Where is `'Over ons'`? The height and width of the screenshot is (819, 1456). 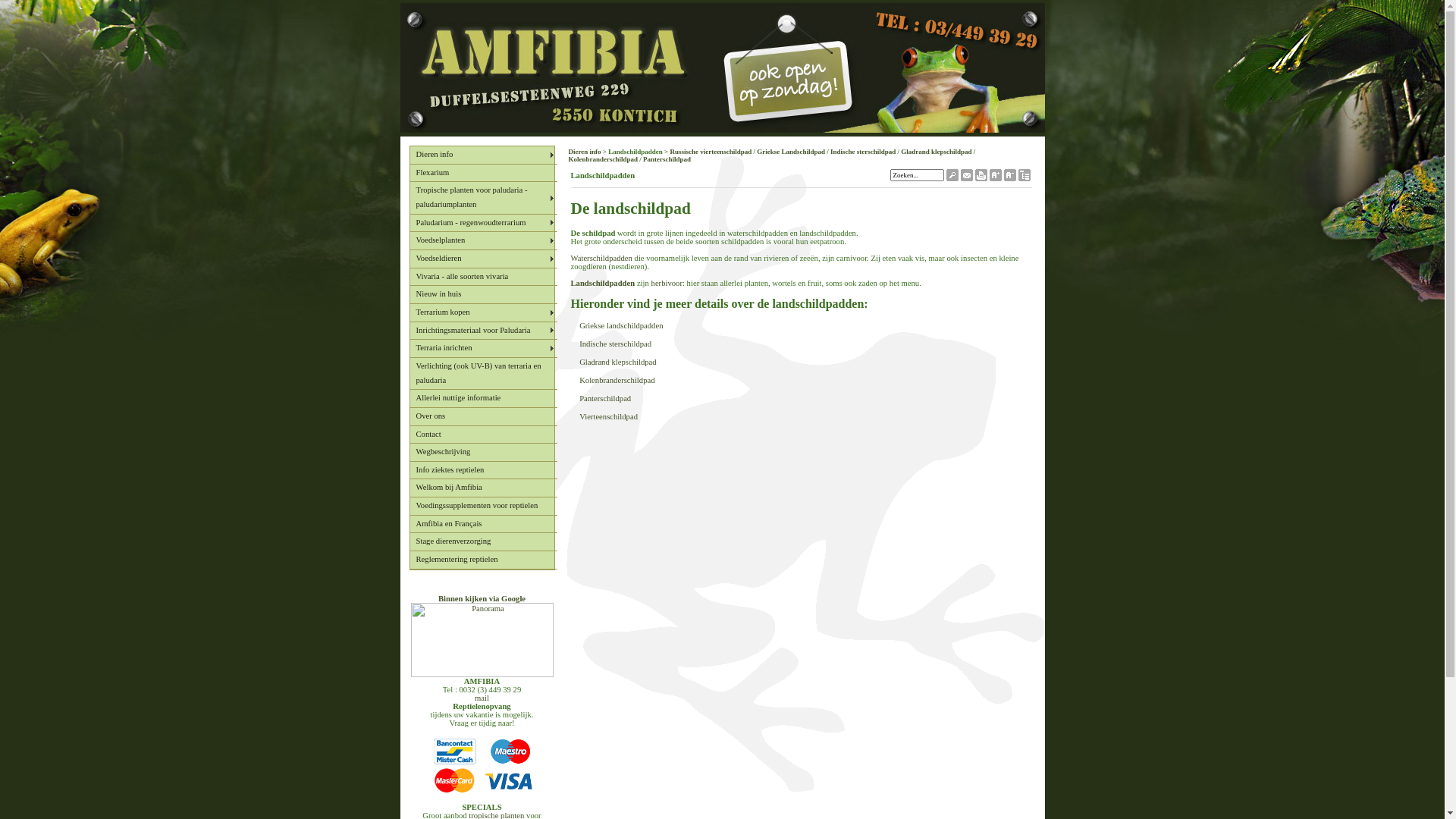 'Over ons' is located at coordinates (482, 417).